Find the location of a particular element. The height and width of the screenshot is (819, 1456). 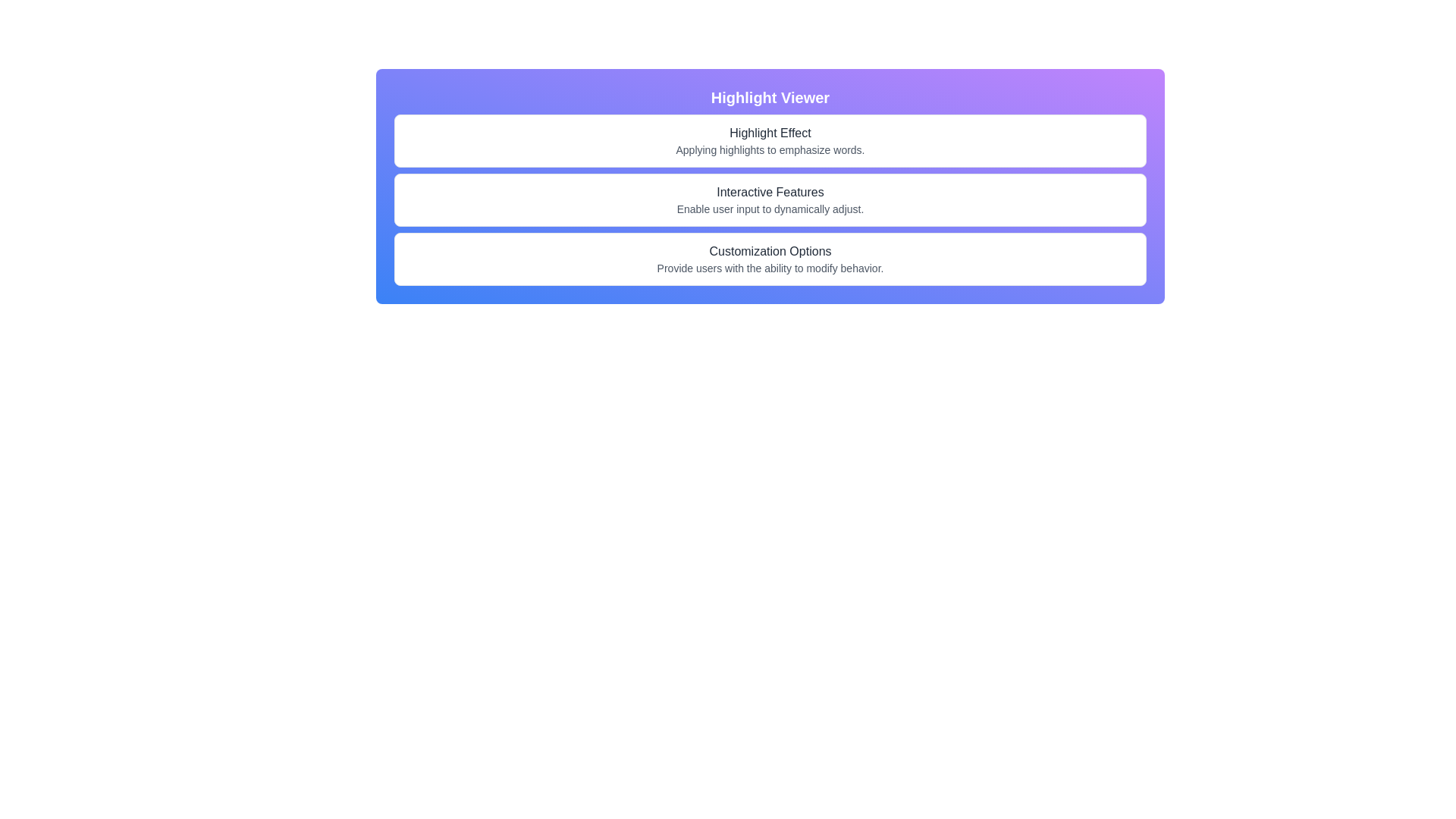

the text element displaying 'Customization Options', which is the last character of the text in the centered layout under the section with three rows of text is located at coordinates (827, 250).